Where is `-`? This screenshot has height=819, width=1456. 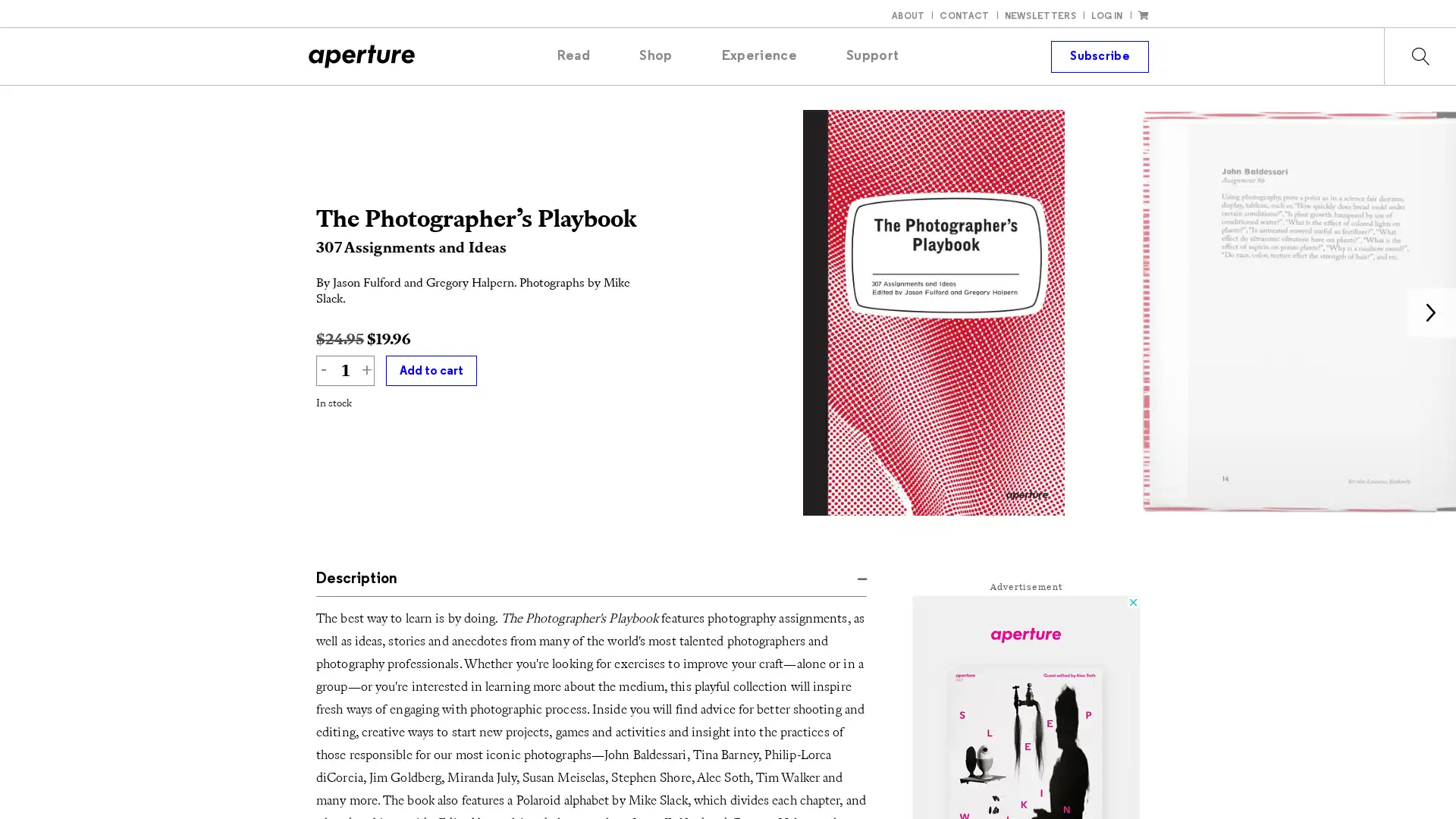 - is located at coordinates (323, 371).